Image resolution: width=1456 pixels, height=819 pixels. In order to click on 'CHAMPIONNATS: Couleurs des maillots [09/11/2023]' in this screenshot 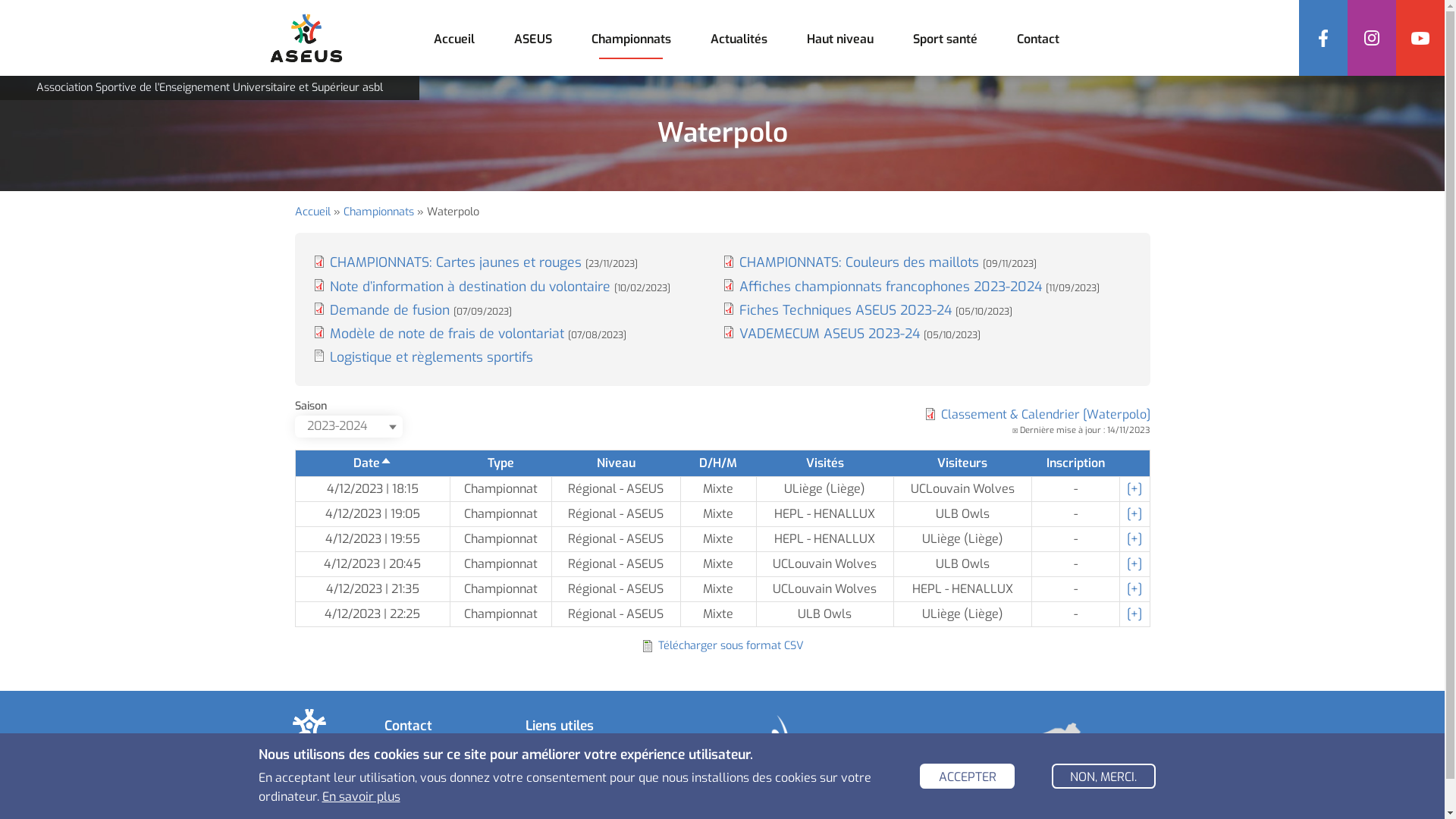, I will do `click(878, 262)`.